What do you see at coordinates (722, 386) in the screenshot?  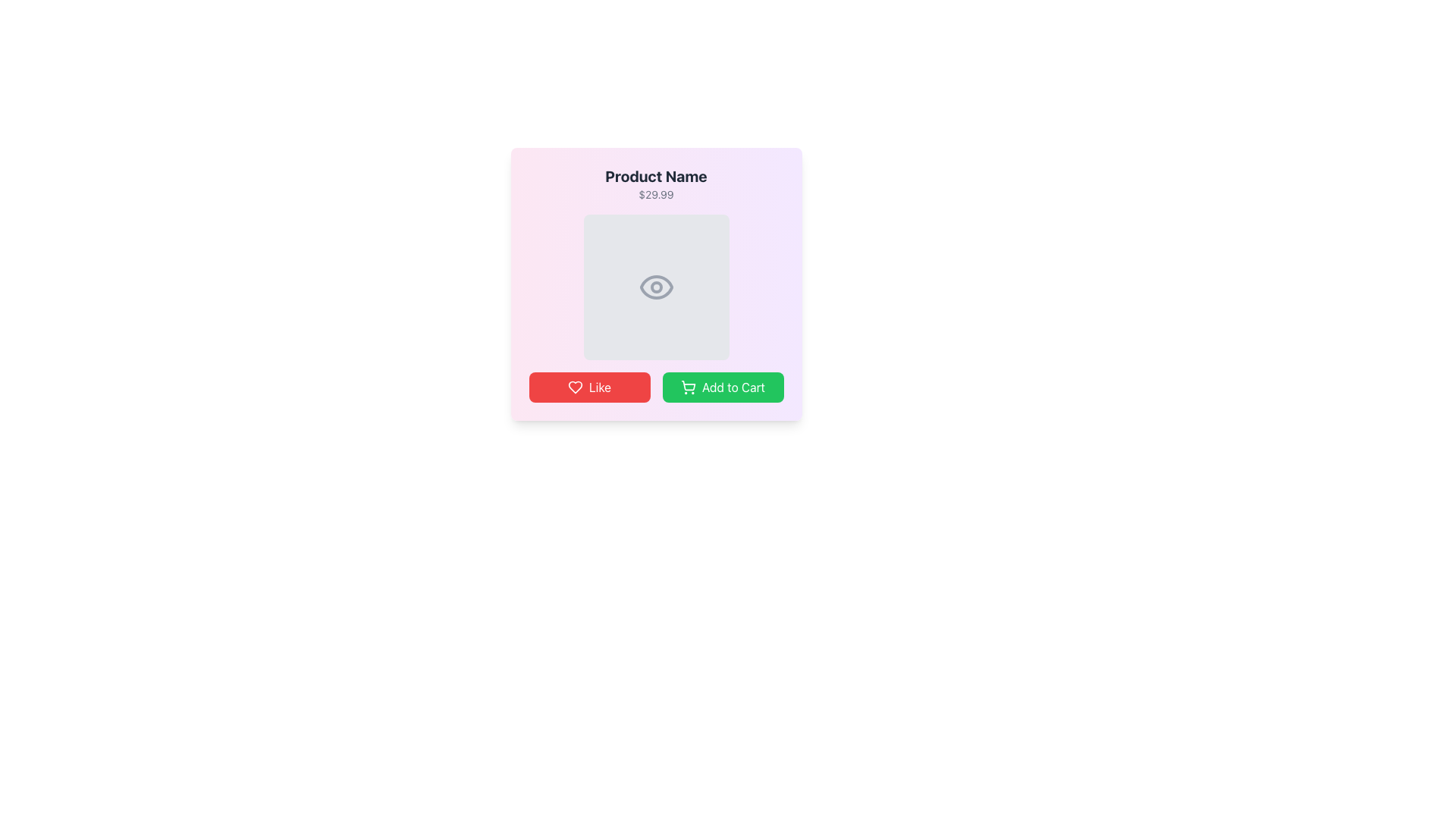 I see `the 'Add to Cart' button with rounded corners and a green background to potentially see a tooltip` at bounding box center [722, 386].